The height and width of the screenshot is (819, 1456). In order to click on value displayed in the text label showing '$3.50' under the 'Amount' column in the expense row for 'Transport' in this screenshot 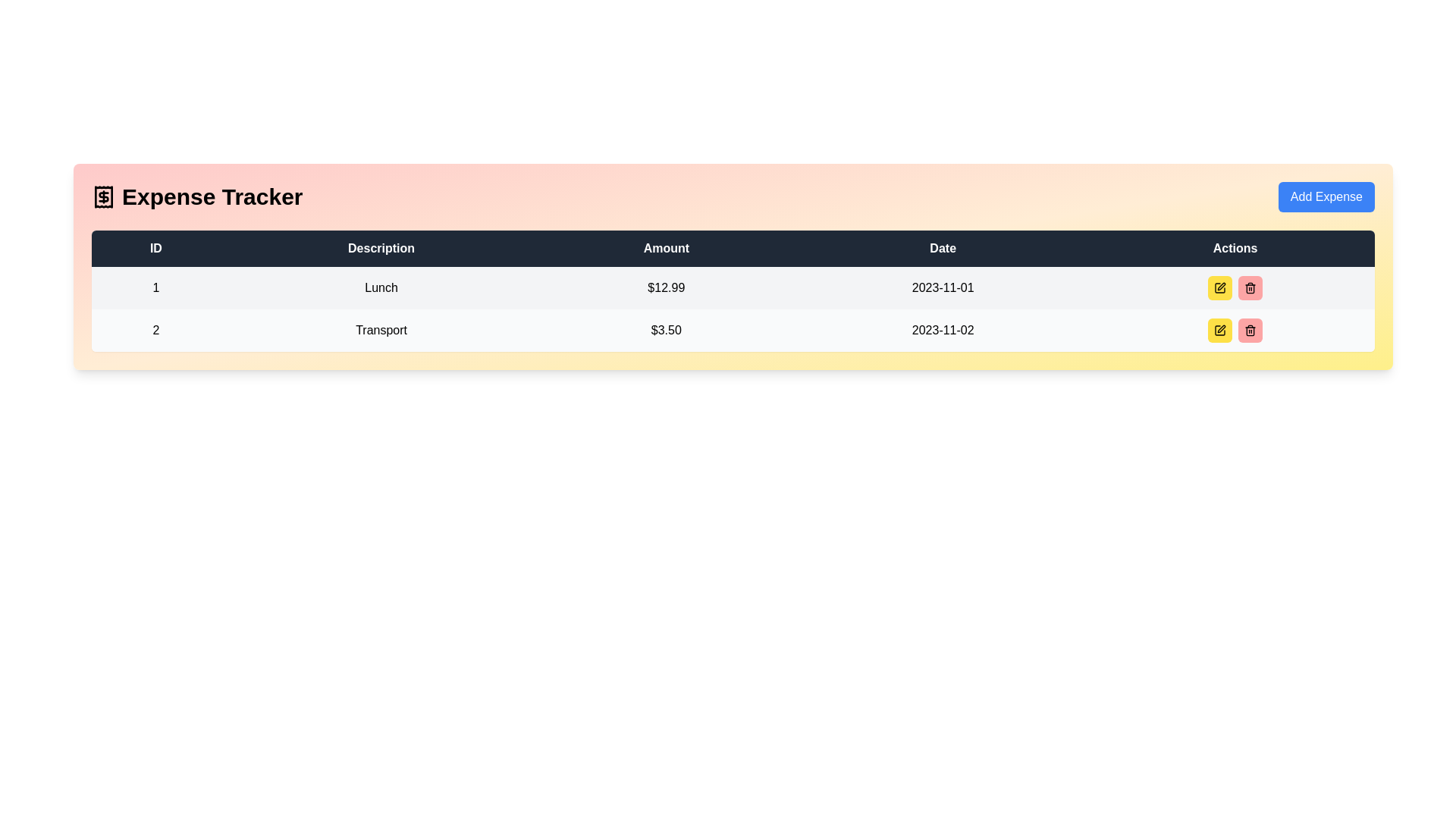, I will do `click(666, 329)`.